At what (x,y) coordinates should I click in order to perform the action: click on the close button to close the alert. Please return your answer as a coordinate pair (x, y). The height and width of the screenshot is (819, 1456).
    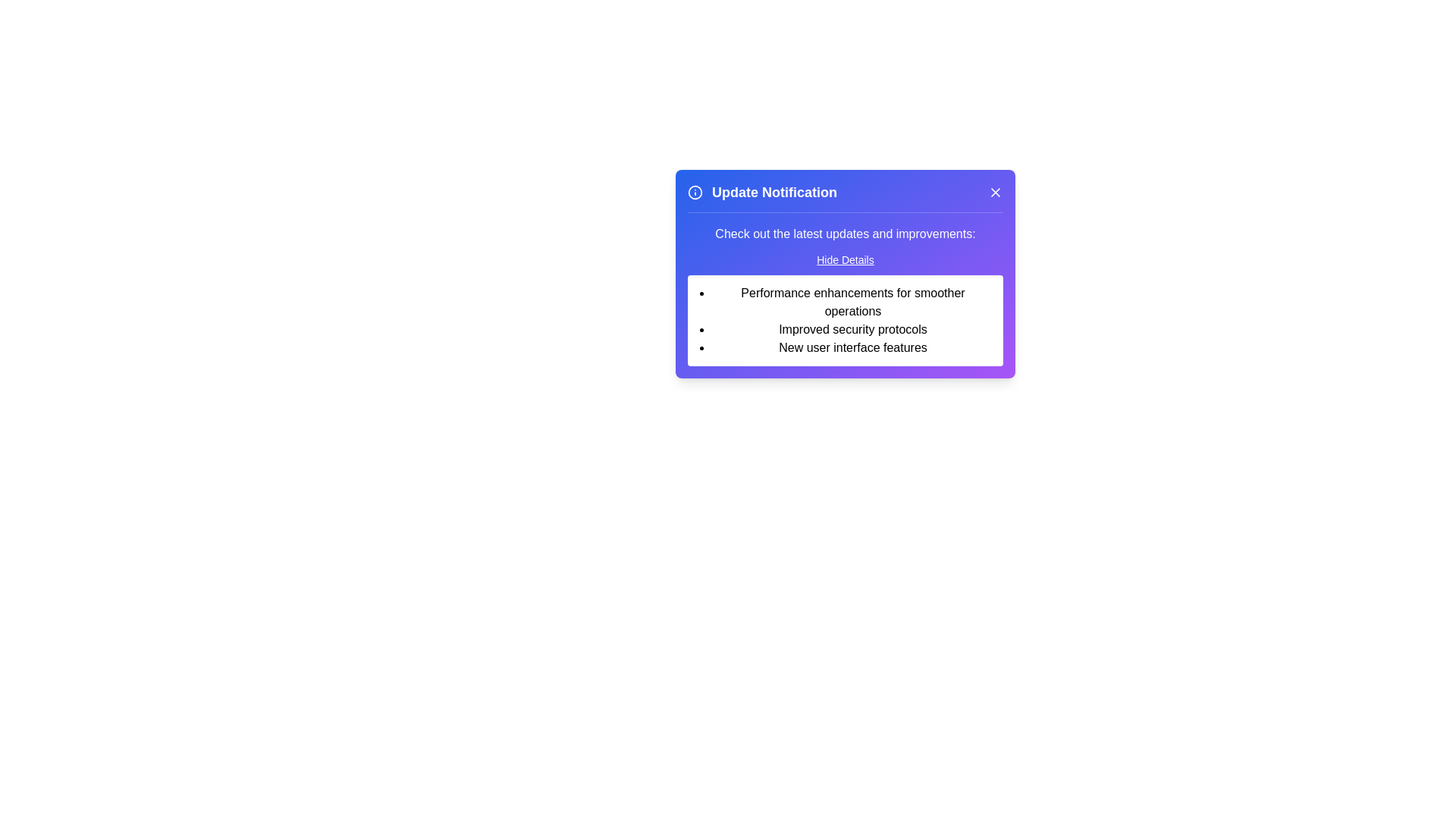
    Looking at the image, I should click on (996, 192).